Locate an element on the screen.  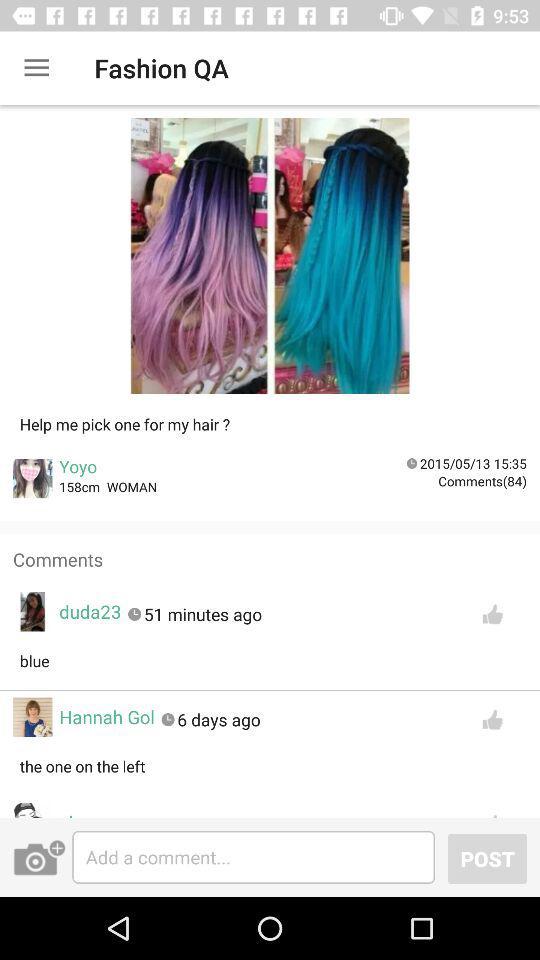
like button is located at coordinates (491, 613).